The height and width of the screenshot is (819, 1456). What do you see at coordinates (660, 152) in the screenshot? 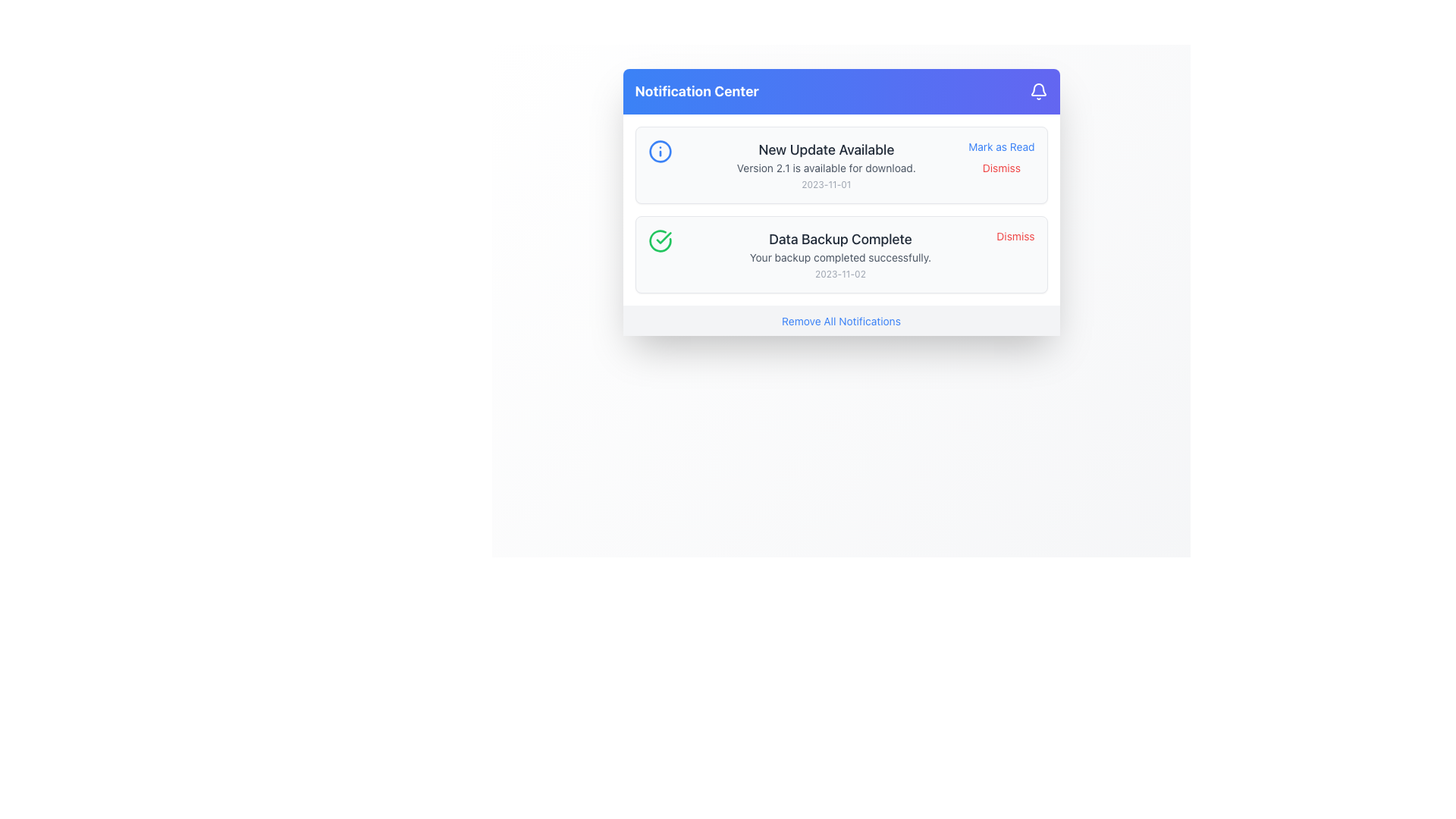
I see `the informational icon located to the left of the 'New Update Available' text in the notification center's card layout` at bounding box center [660, 152].